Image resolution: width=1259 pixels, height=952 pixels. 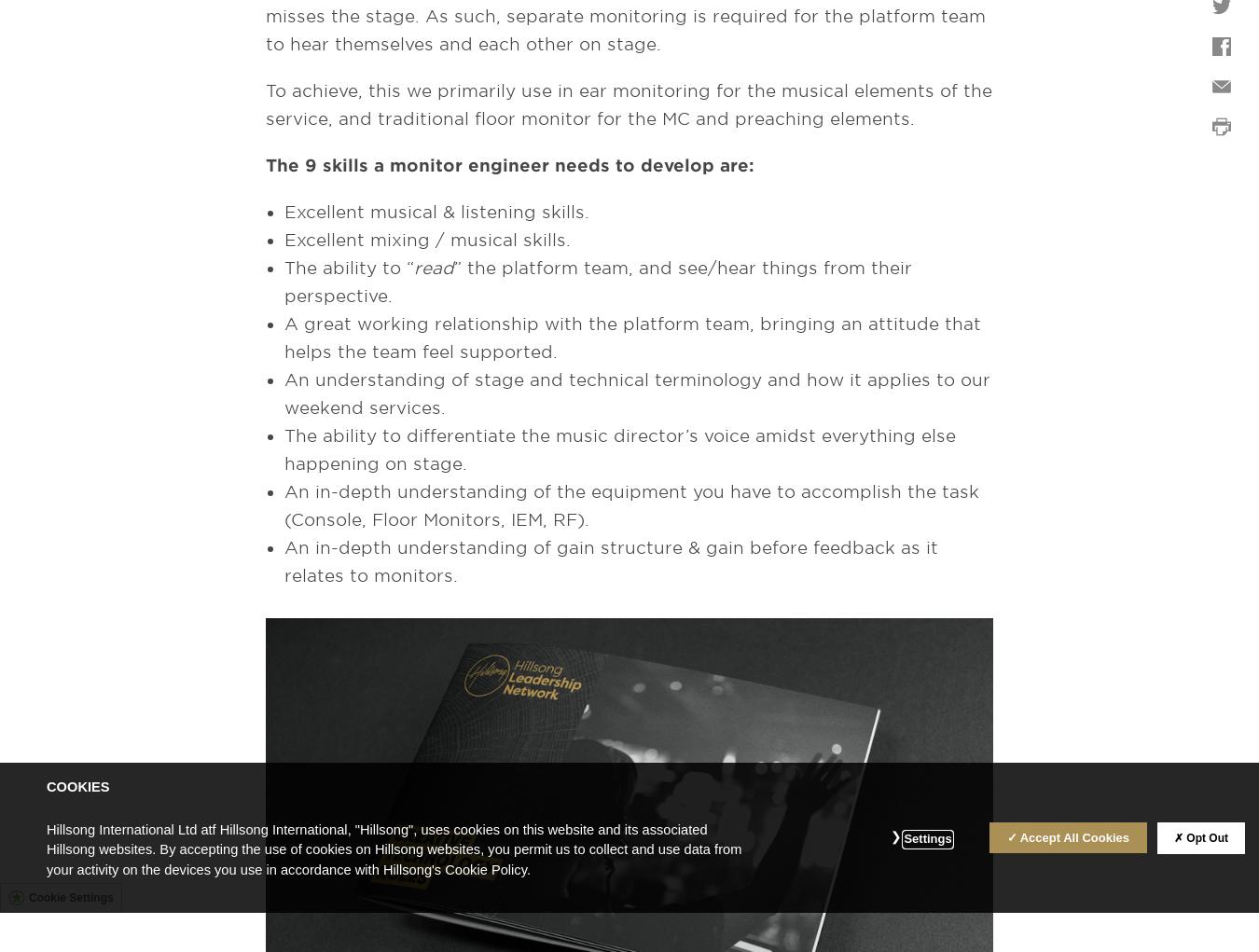 I want to click on 'Accept All Cookies', so click(x=1018, y=836).